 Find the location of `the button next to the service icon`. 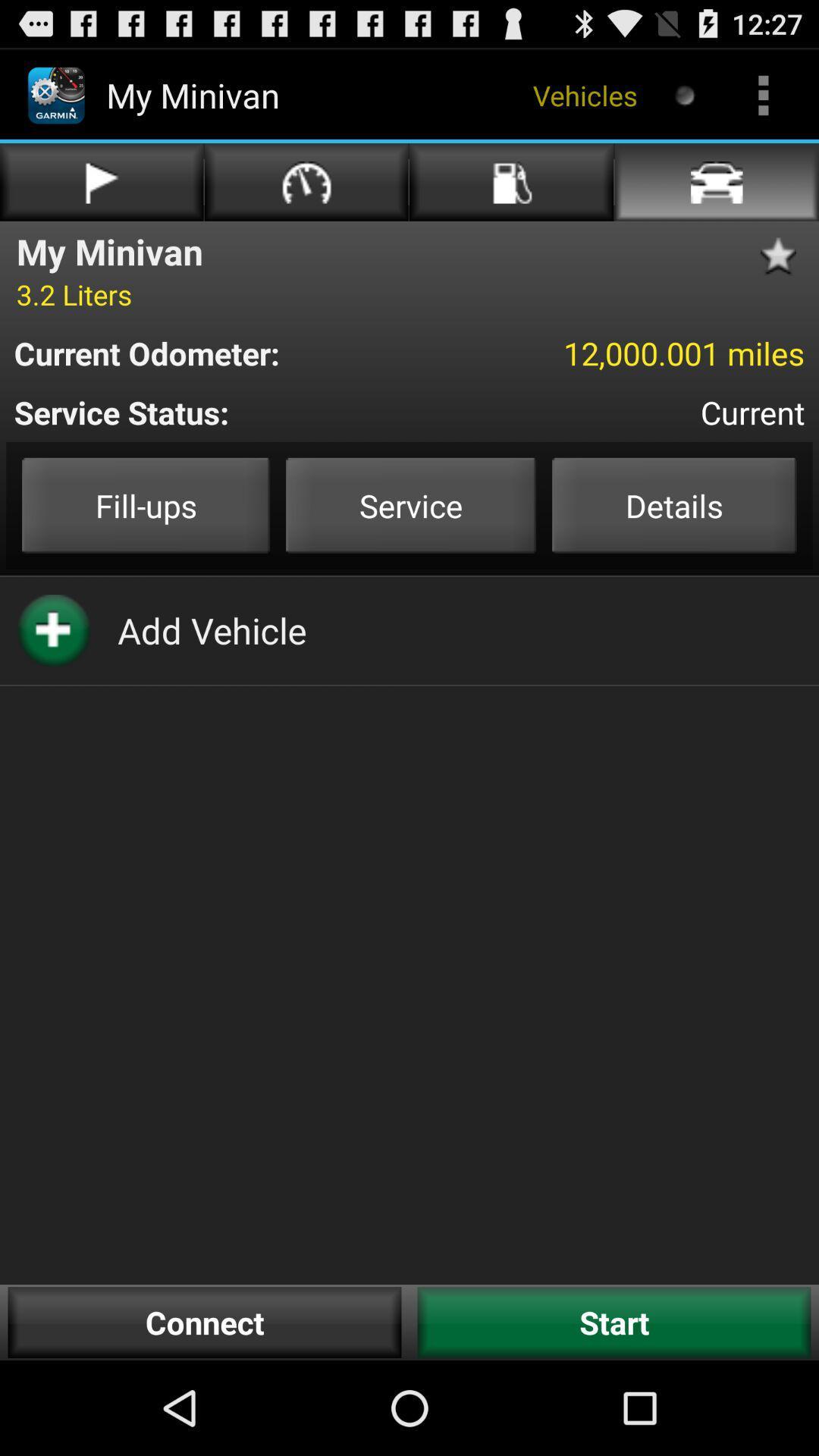

the button next to the service icon is located at coordinates (673, 505).